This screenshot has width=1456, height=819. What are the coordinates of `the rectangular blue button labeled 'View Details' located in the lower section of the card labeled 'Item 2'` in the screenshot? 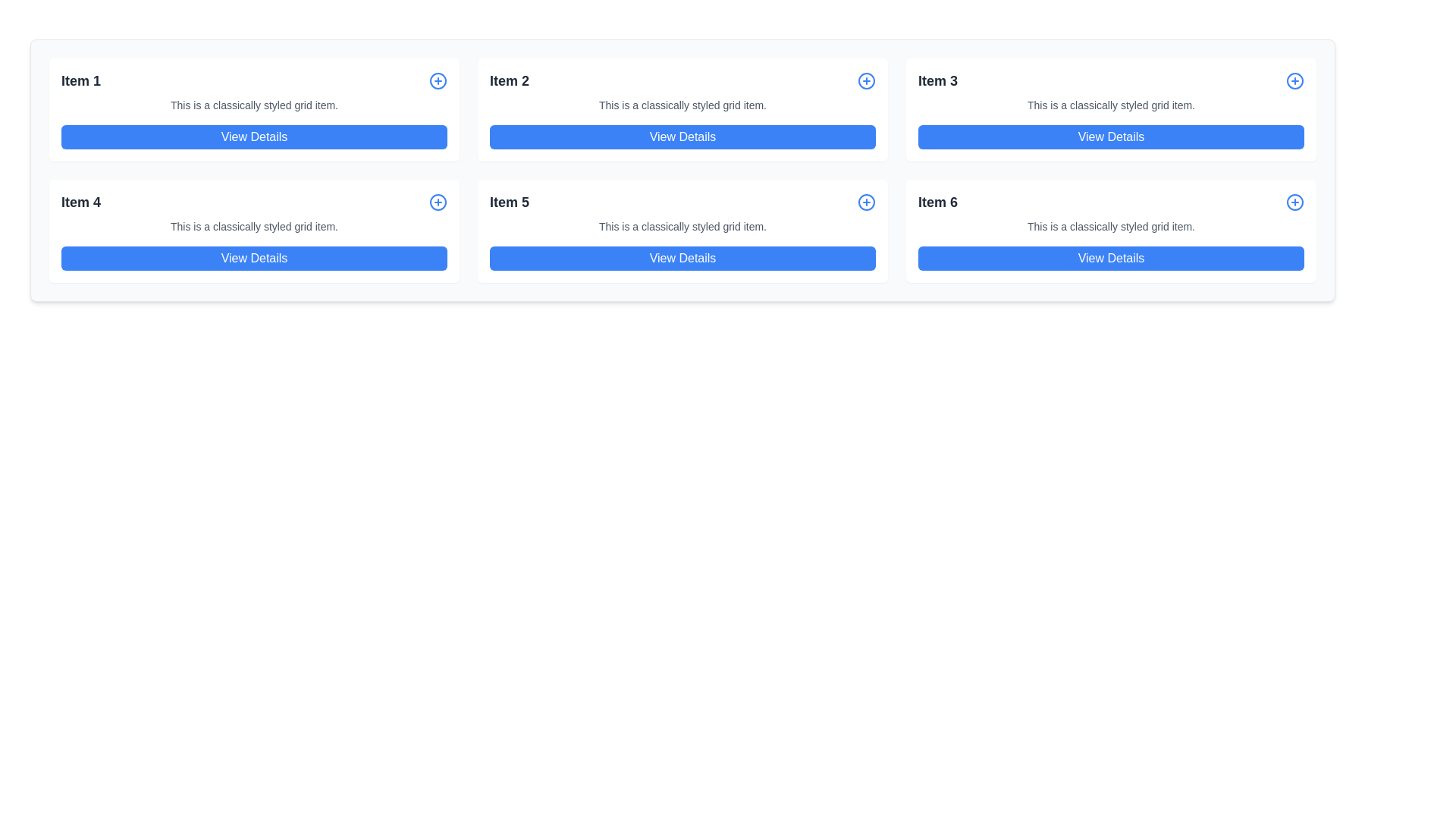 It's located at (682, 137).